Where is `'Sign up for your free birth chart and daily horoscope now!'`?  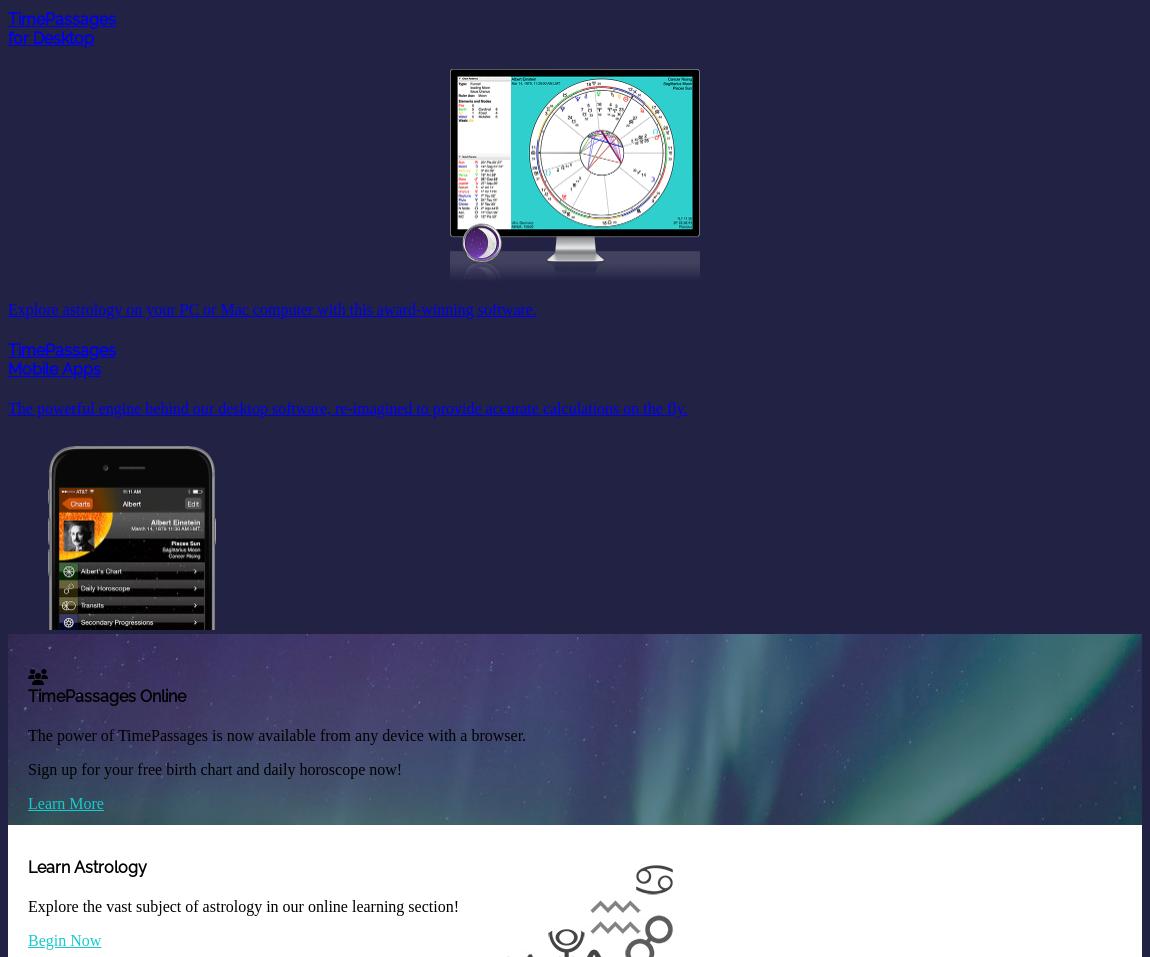 'Sign up for your free birth chart and daily horoscope now!' is located at coordinates (214, 767).